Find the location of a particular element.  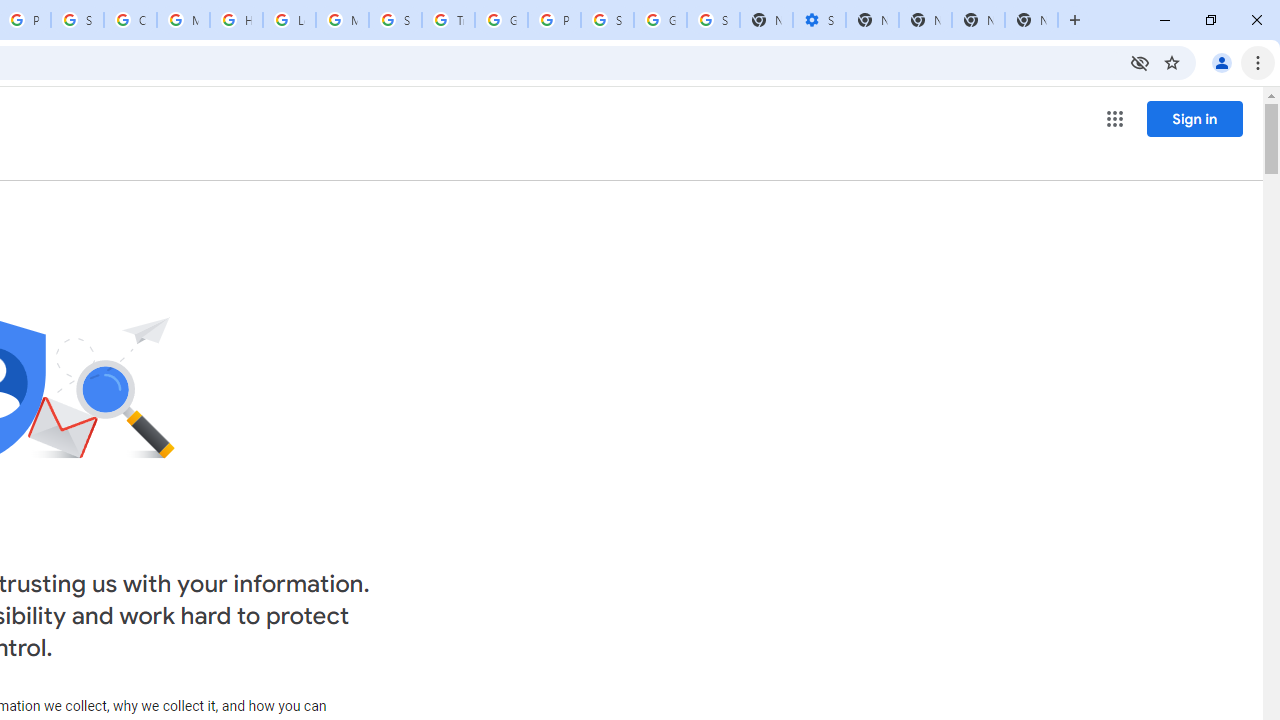

'Google Cybersecurity Innovations - Google Safety Center' is located at coordinates (660, 20).